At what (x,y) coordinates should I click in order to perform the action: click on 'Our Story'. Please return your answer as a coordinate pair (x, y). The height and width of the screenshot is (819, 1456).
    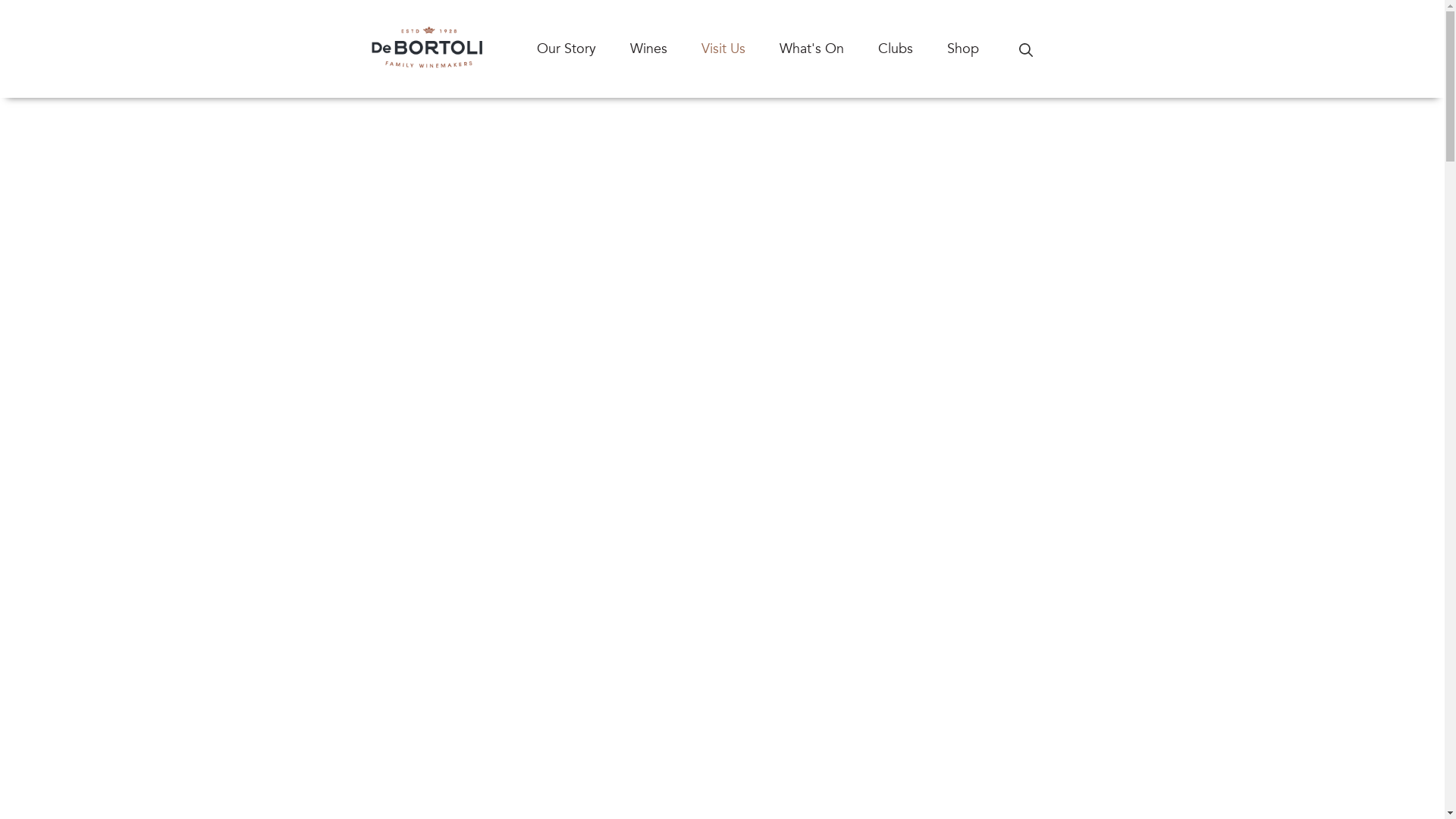
    Looking at the image, I should click on (582, 48).